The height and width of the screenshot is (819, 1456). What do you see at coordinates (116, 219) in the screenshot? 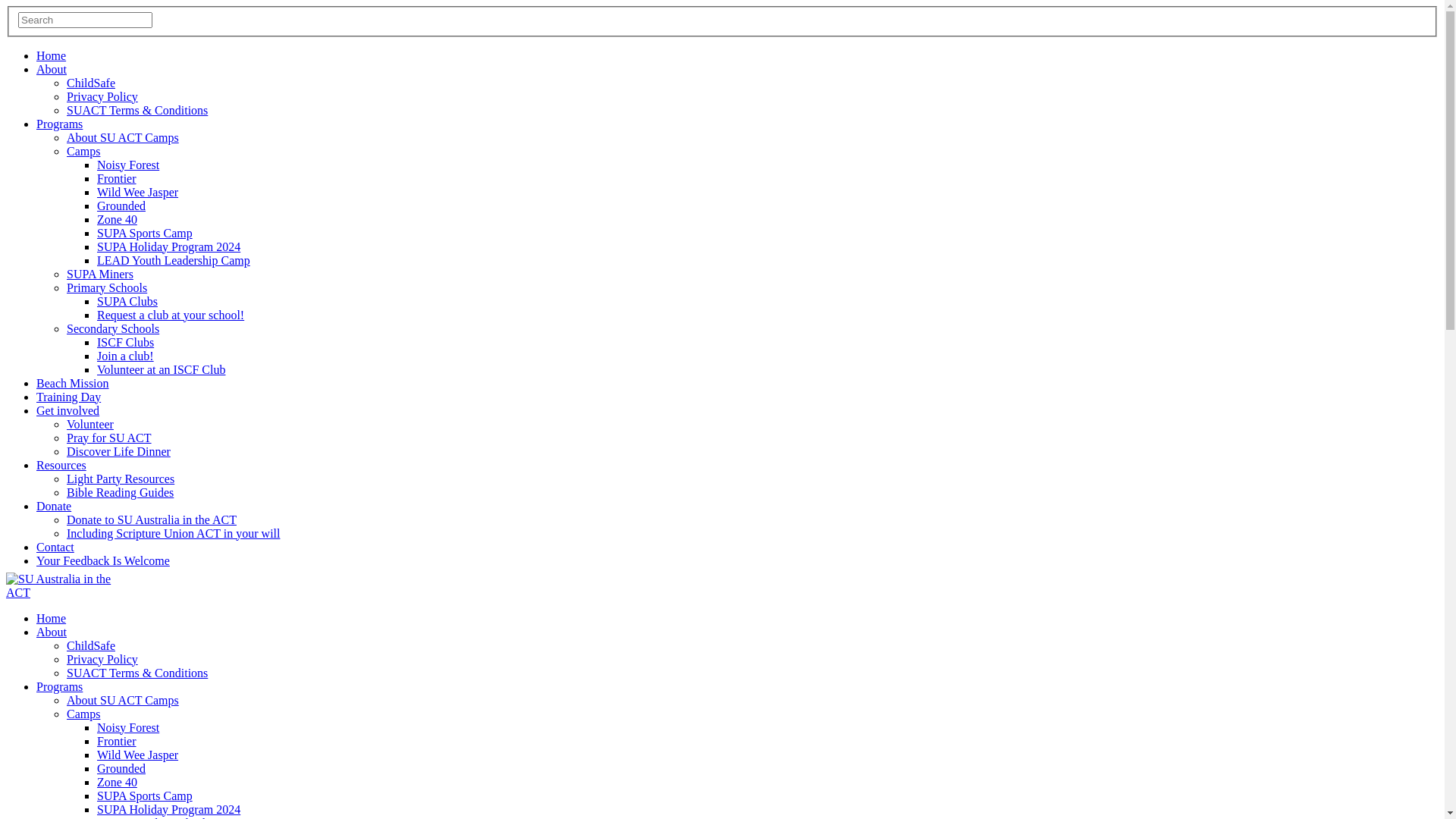
I see `'Zone 40'` at bounding box center [116, 219].